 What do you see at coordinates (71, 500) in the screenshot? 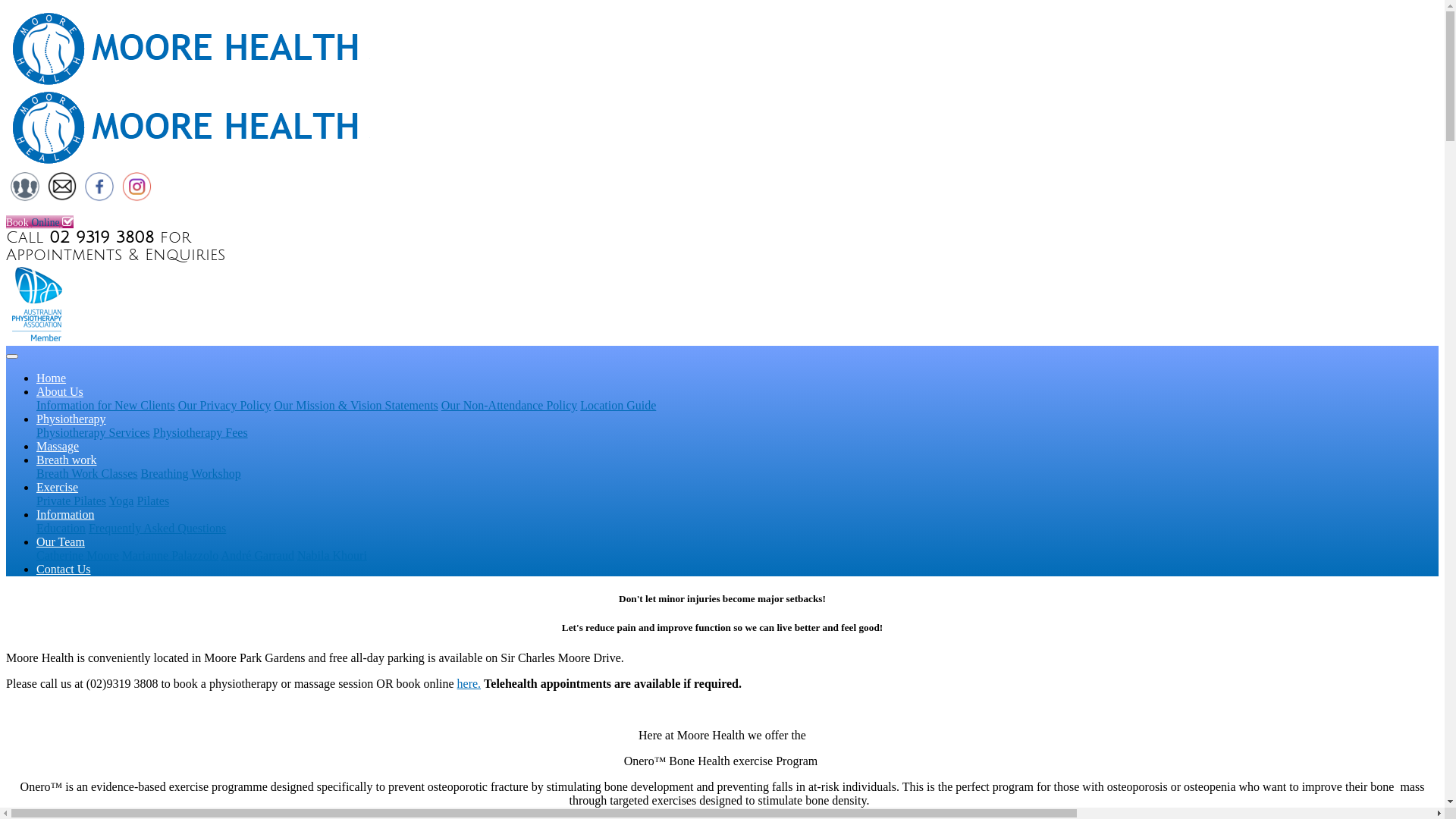
I see `'Private Pilates'` at bounding box center [71, 500].